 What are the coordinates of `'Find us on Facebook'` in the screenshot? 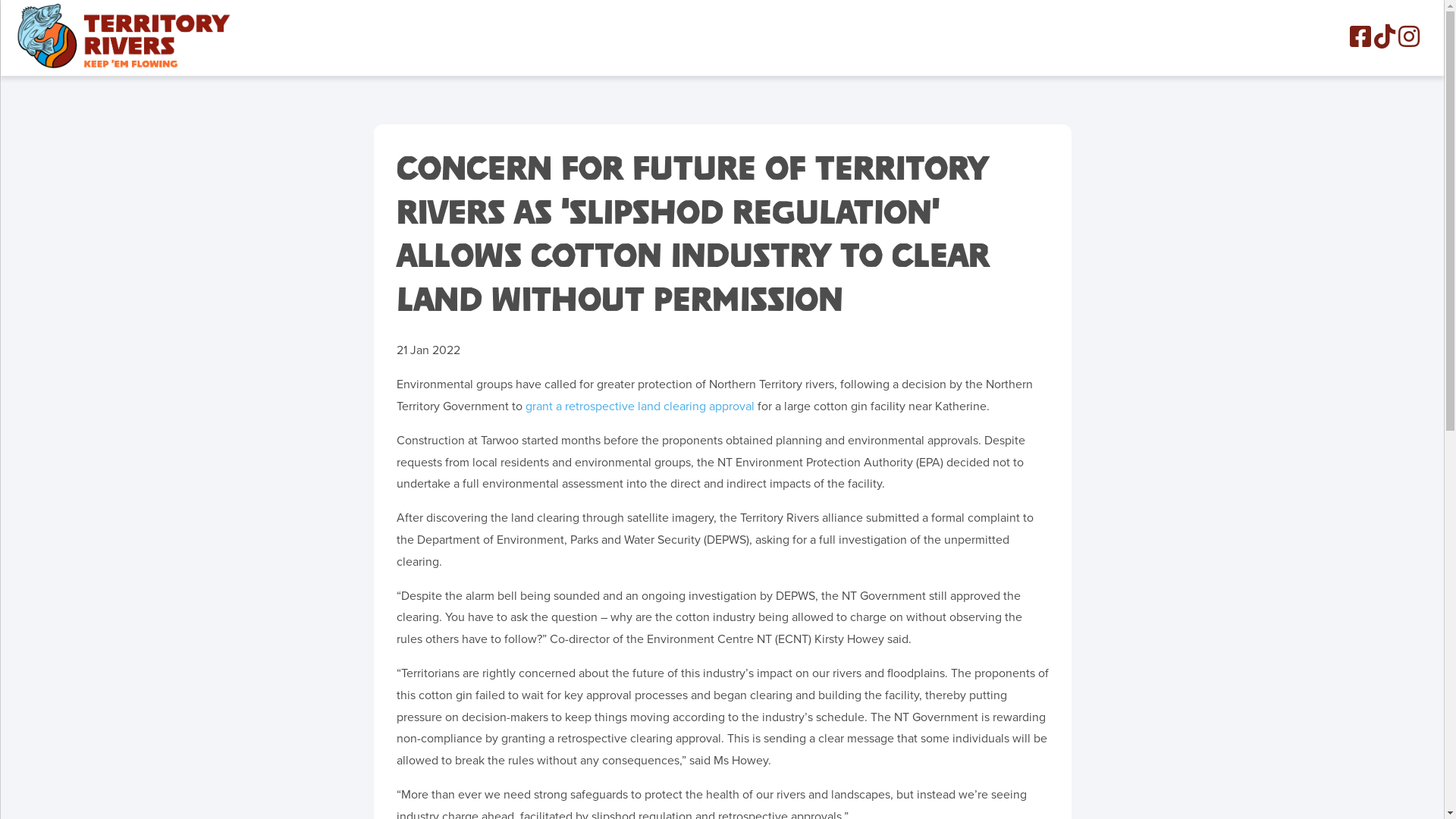 It's located at (1360, 35).